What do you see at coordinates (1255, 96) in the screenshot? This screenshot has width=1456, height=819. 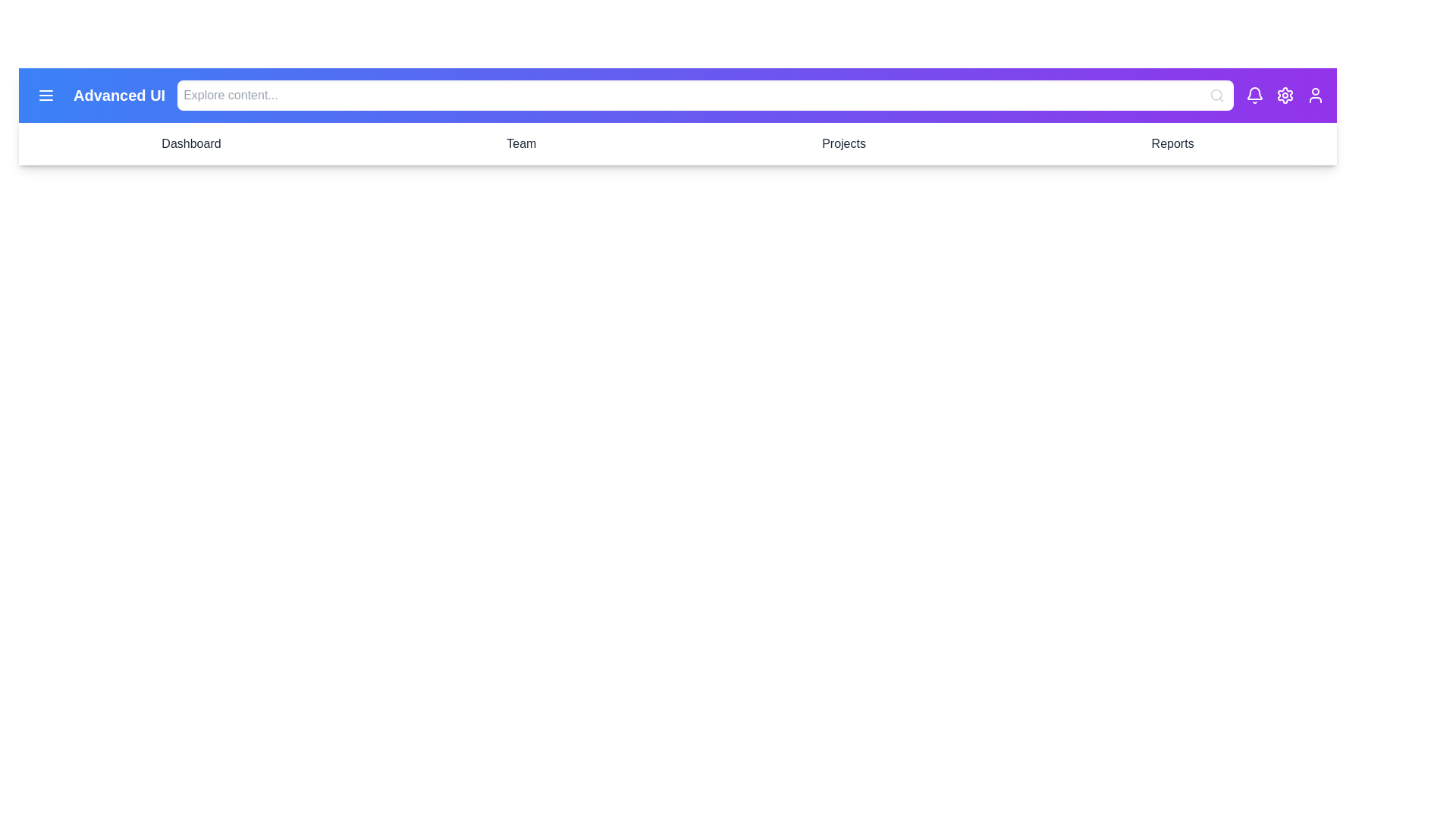 I see `the notification bell icon to view notifications` at bounding box center [1255, 96].